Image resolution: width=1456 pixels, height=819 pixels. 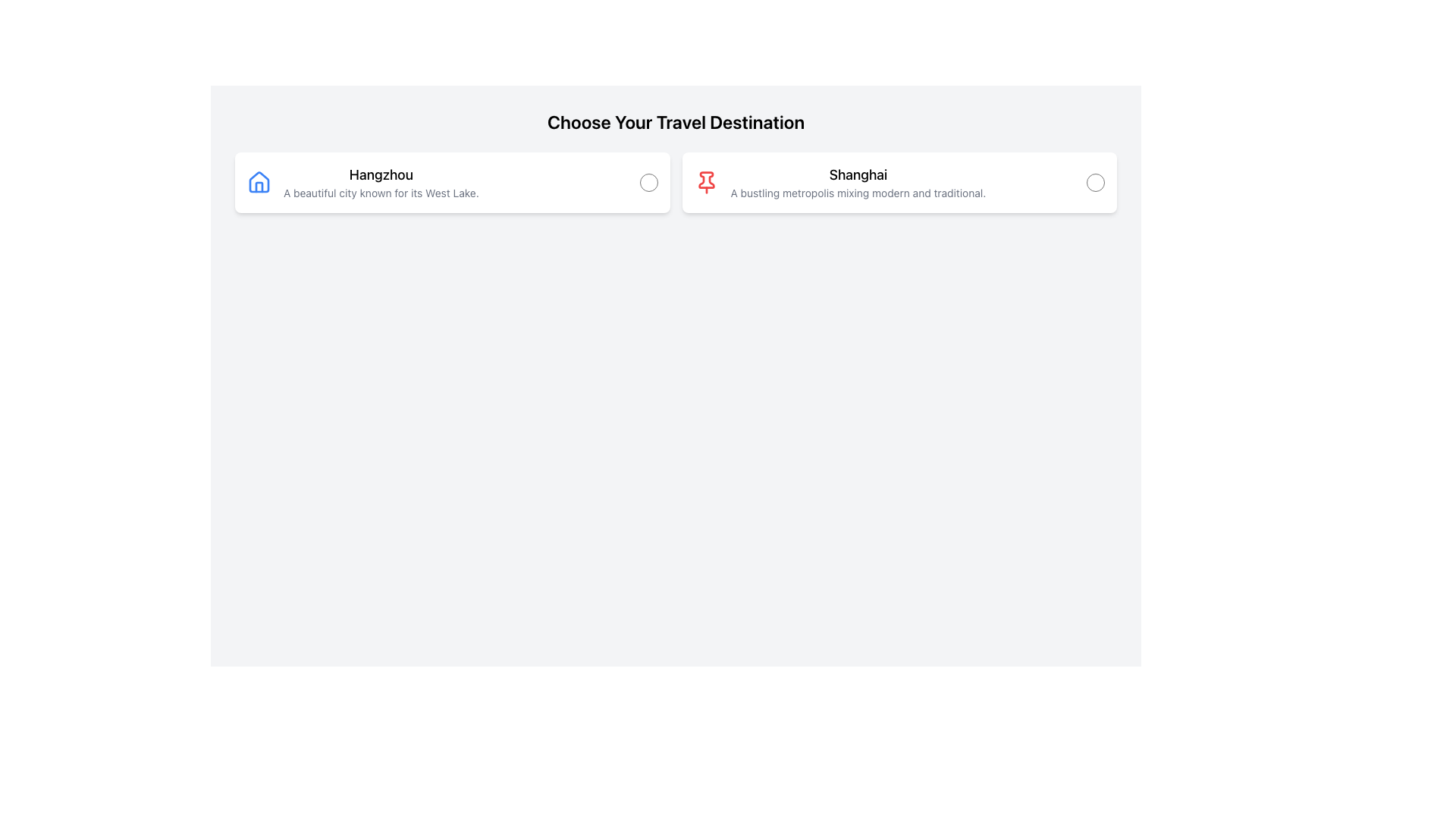 I want to click on the Text Display element that shows the title 'Shanghai', located at the top of the second card from the left in a horizontally arranged list of options, so click(x=858, y=174).